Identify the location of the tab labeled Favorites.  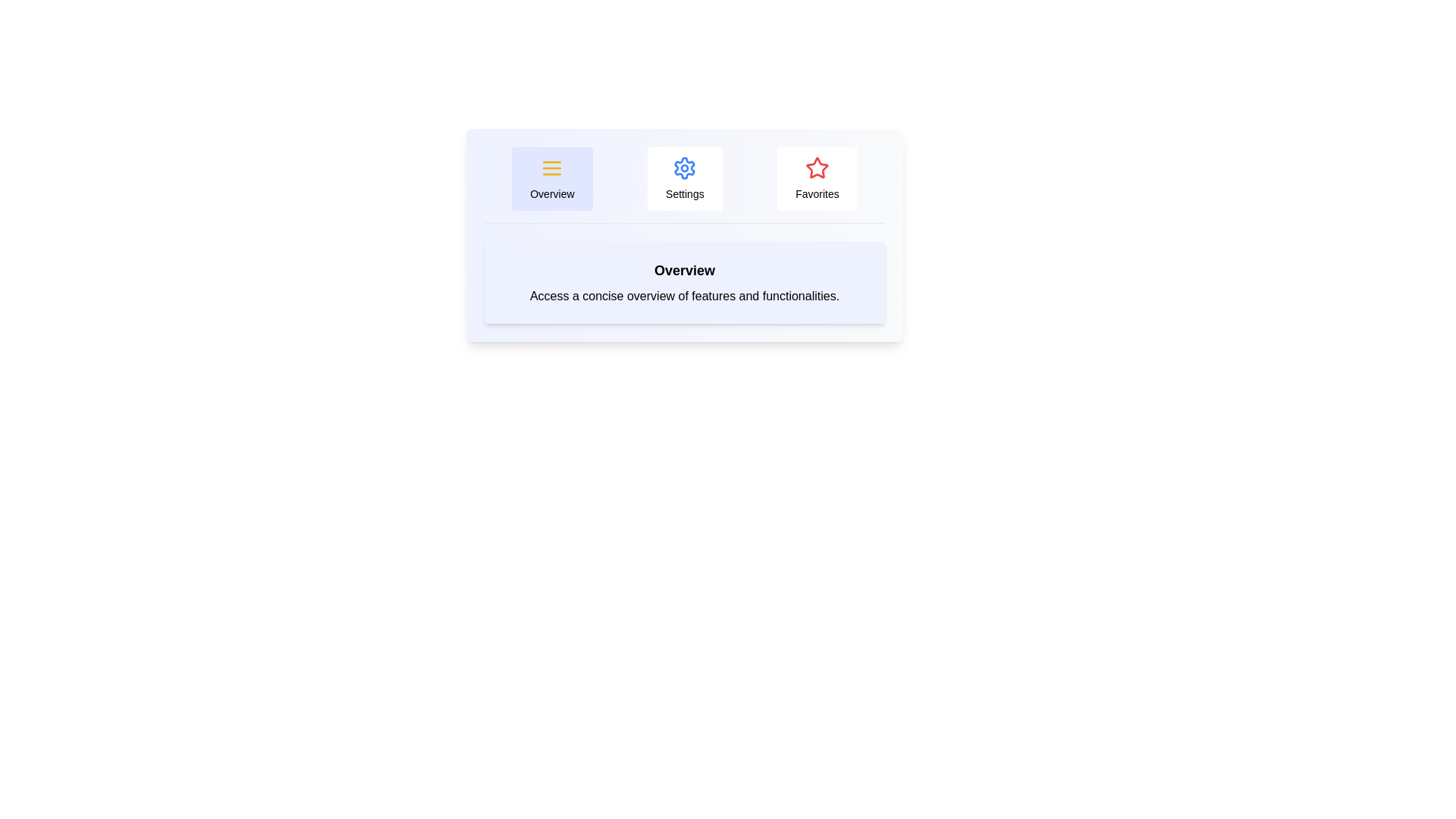
(817, 177).